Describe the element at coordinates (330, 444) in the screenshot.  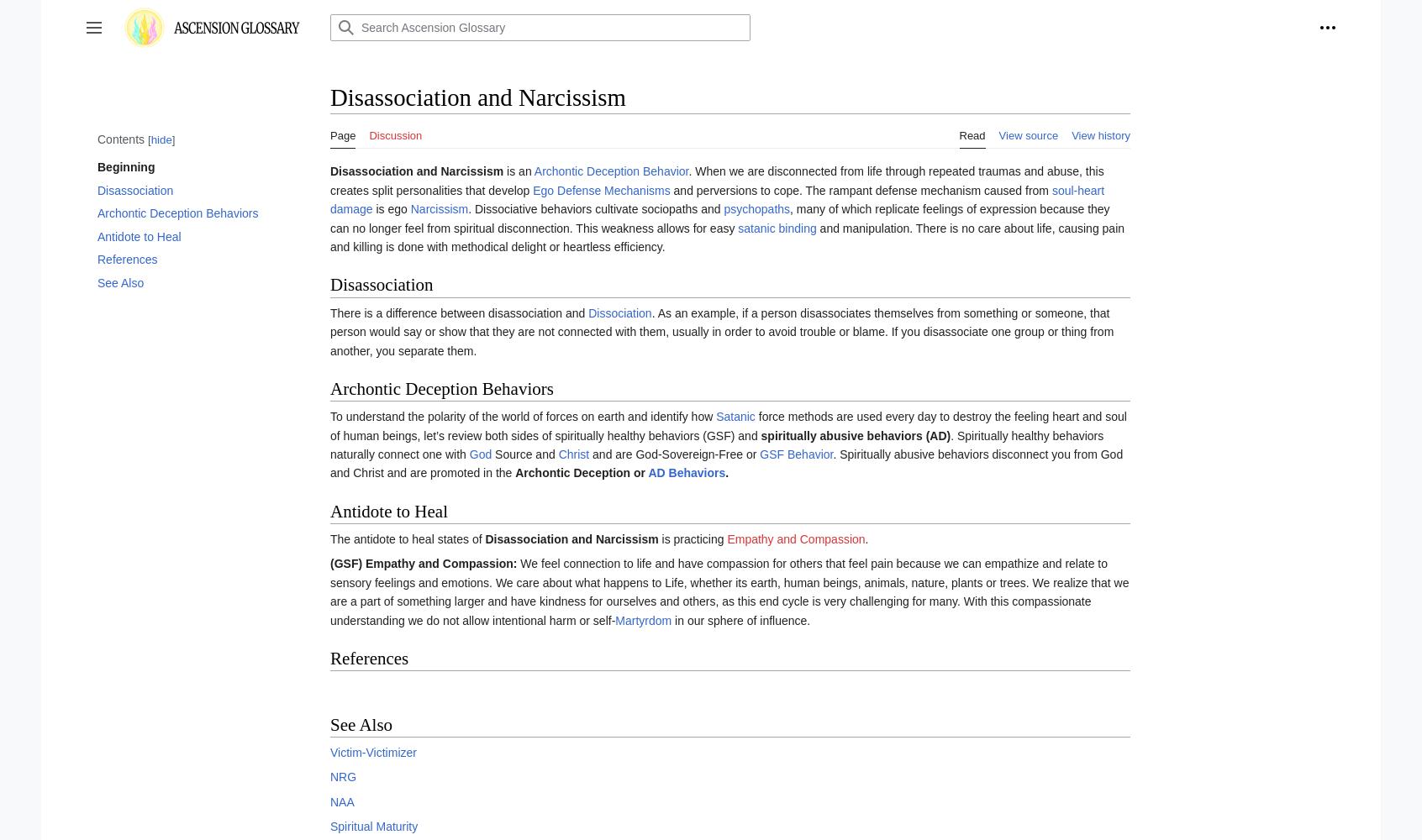
I see `'. Spiritually healthy behaviors naturally connect one with'` at that location.